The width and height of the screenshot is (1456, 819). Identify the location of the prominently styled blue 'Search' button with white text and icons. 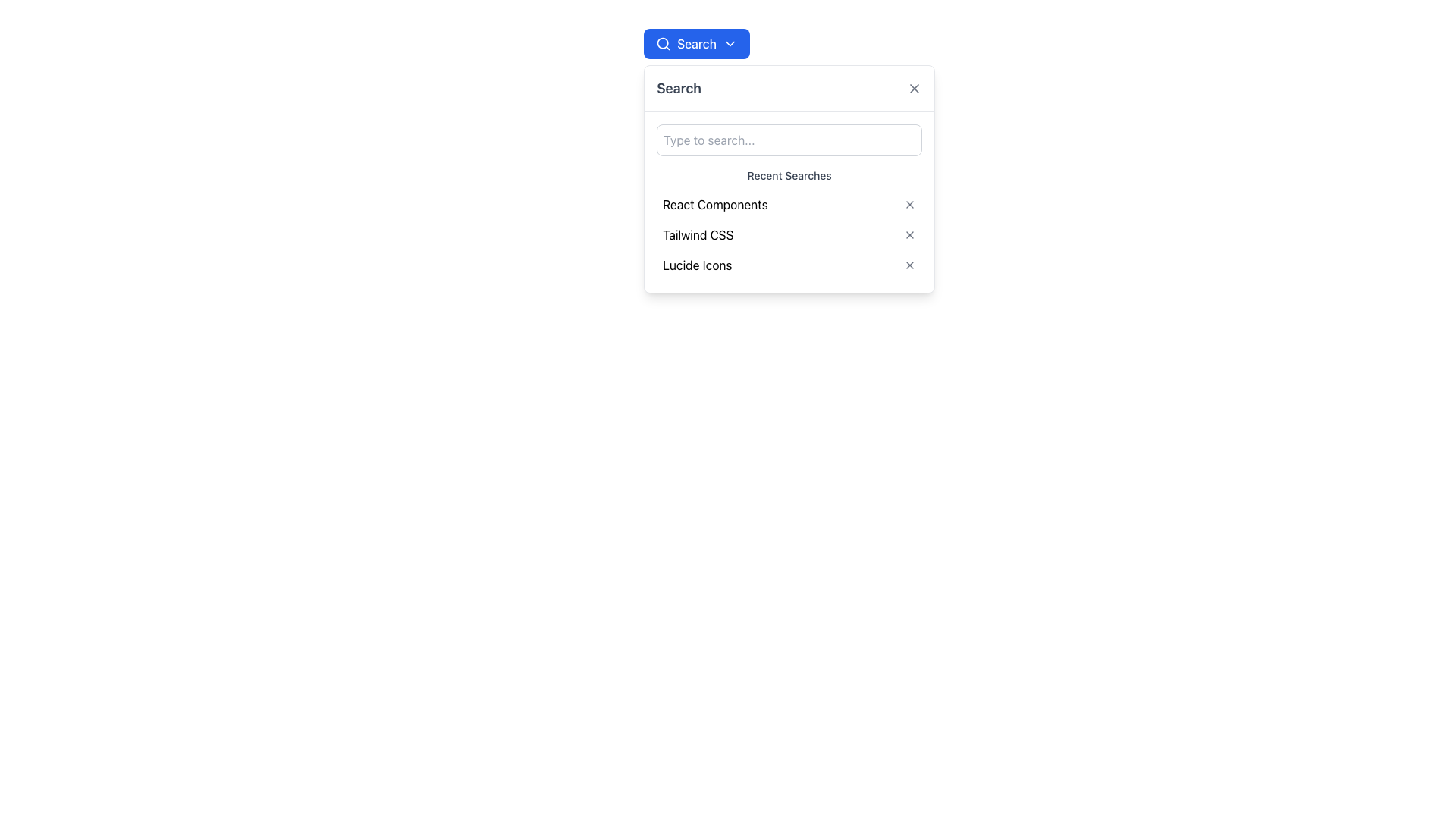
(695, 42).